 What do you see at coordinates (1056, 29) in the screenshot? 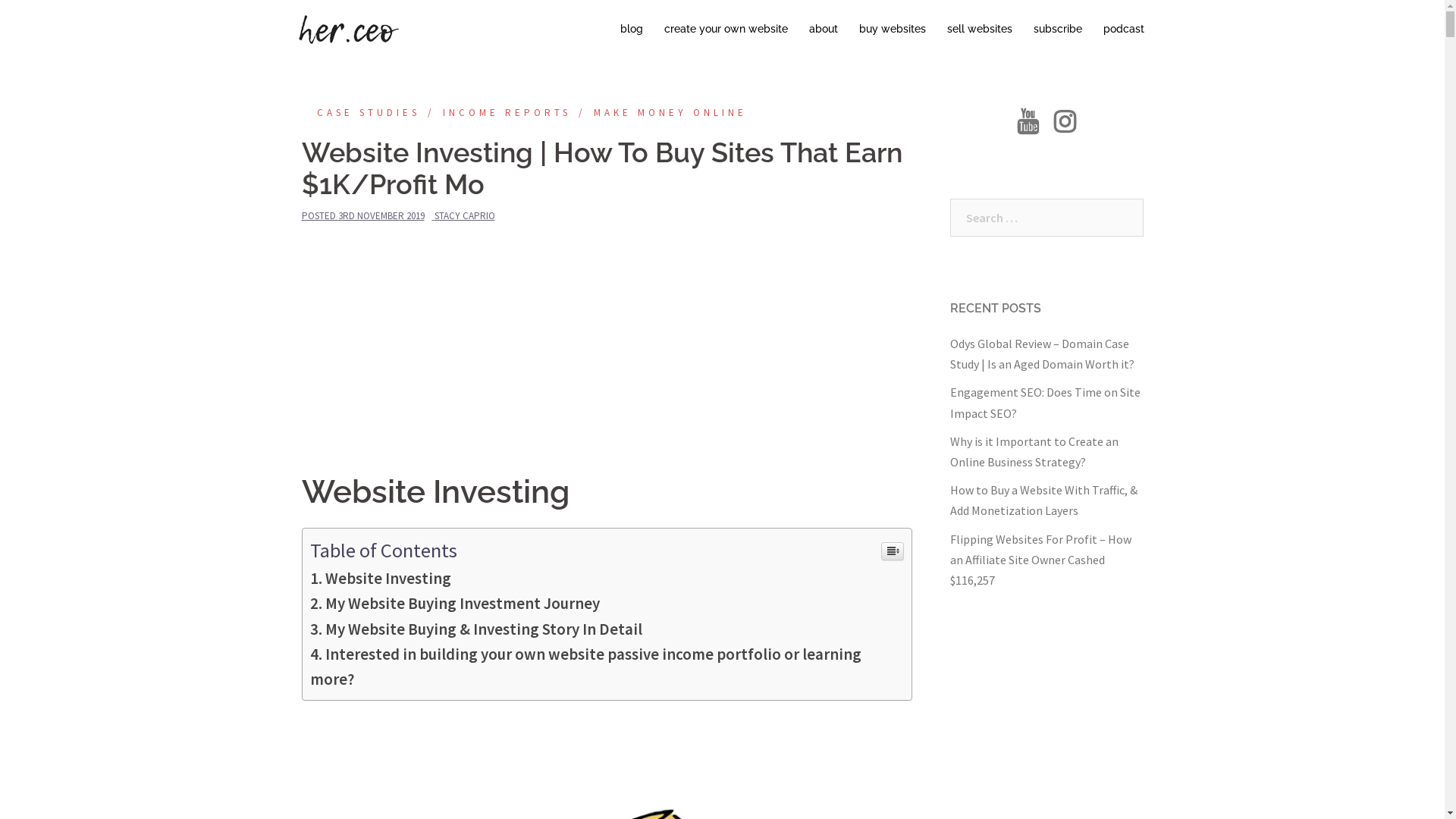
I see `'subscribe'` at bounding box center [1056, 29].